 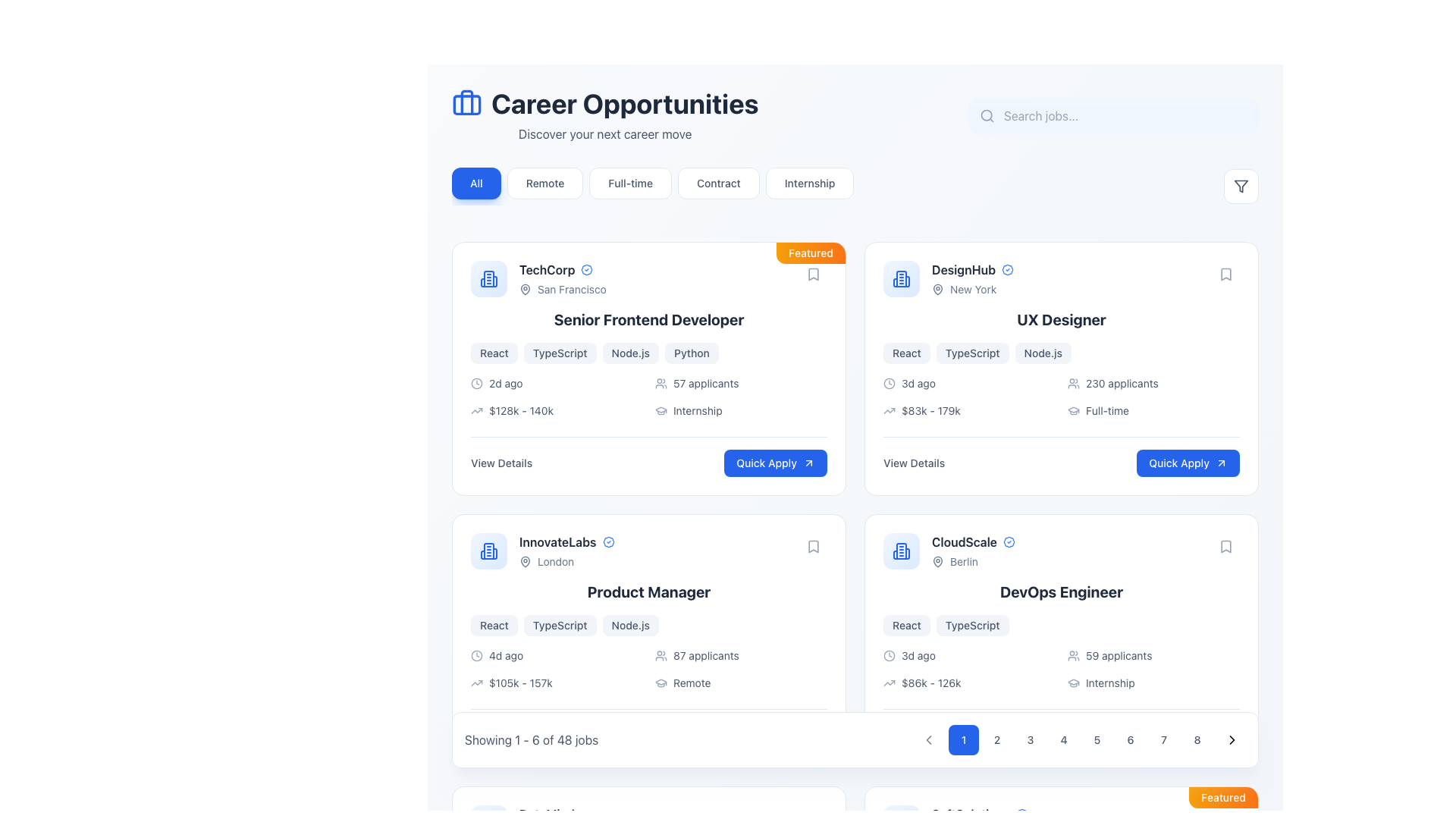 I want to click on verification badge icon for 'InnovateLabs', which indicates its credibility, located to the right of the 'InnovateLabs' text in the job listing for 'Product Manager', so click(x=608, y=541).